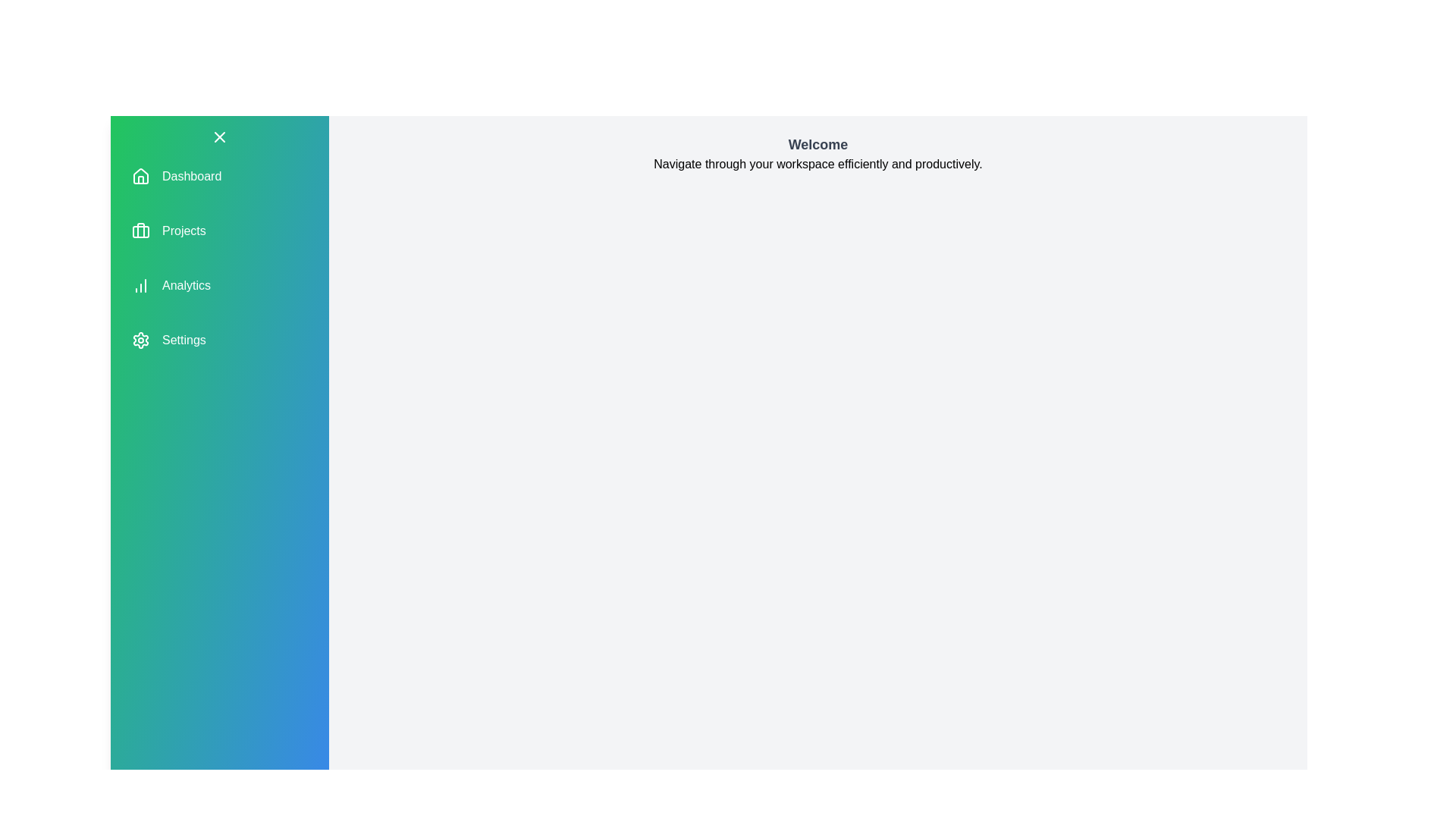  What do you see at coordinates (191, 175) in the screenshot?
I see `the navigation item corresponding to Dashboard` at bounding box center [191, 175].